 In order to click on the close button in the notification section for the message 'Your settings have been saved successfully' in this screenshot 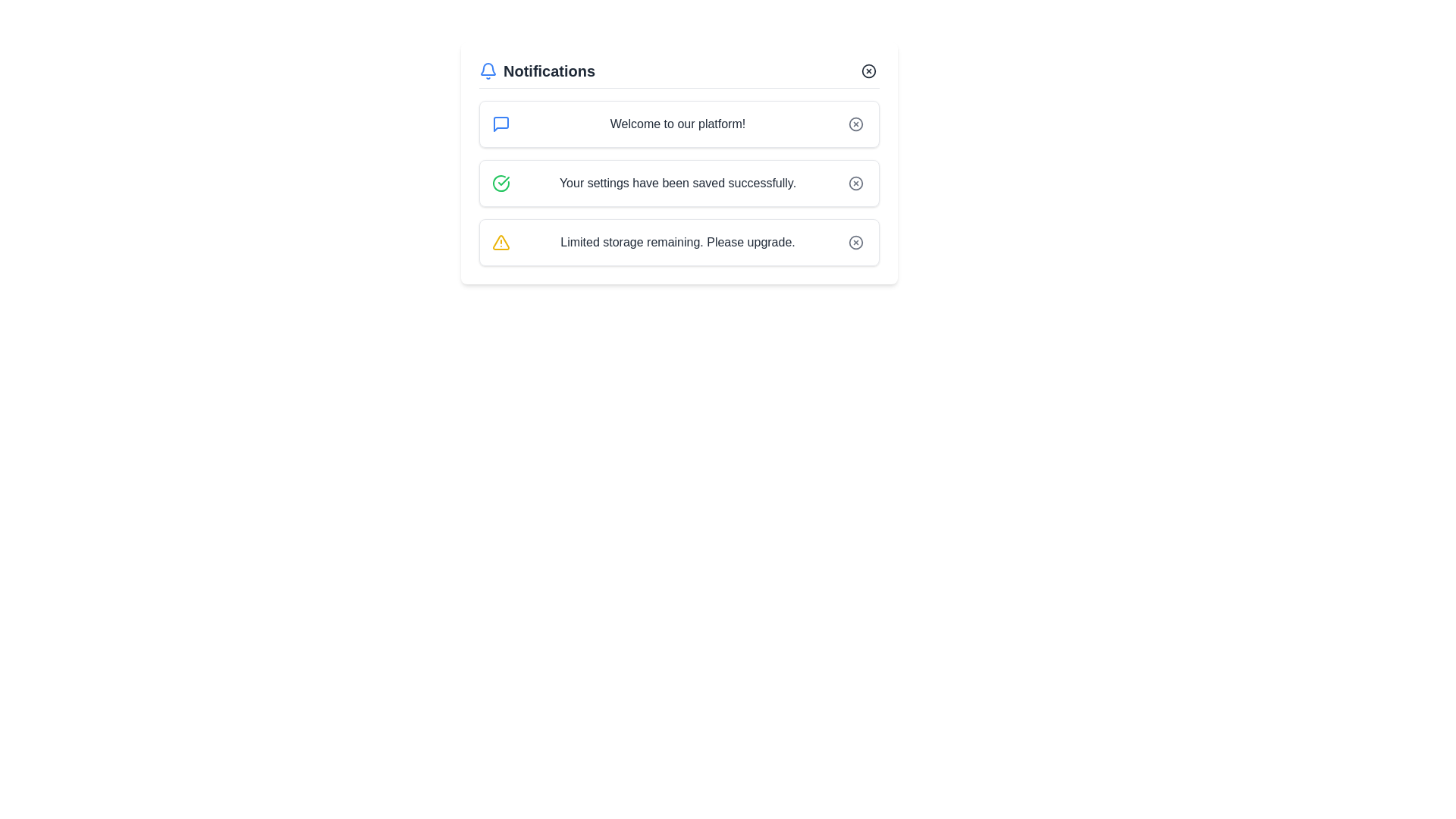, I will do `click(855, 183)`.